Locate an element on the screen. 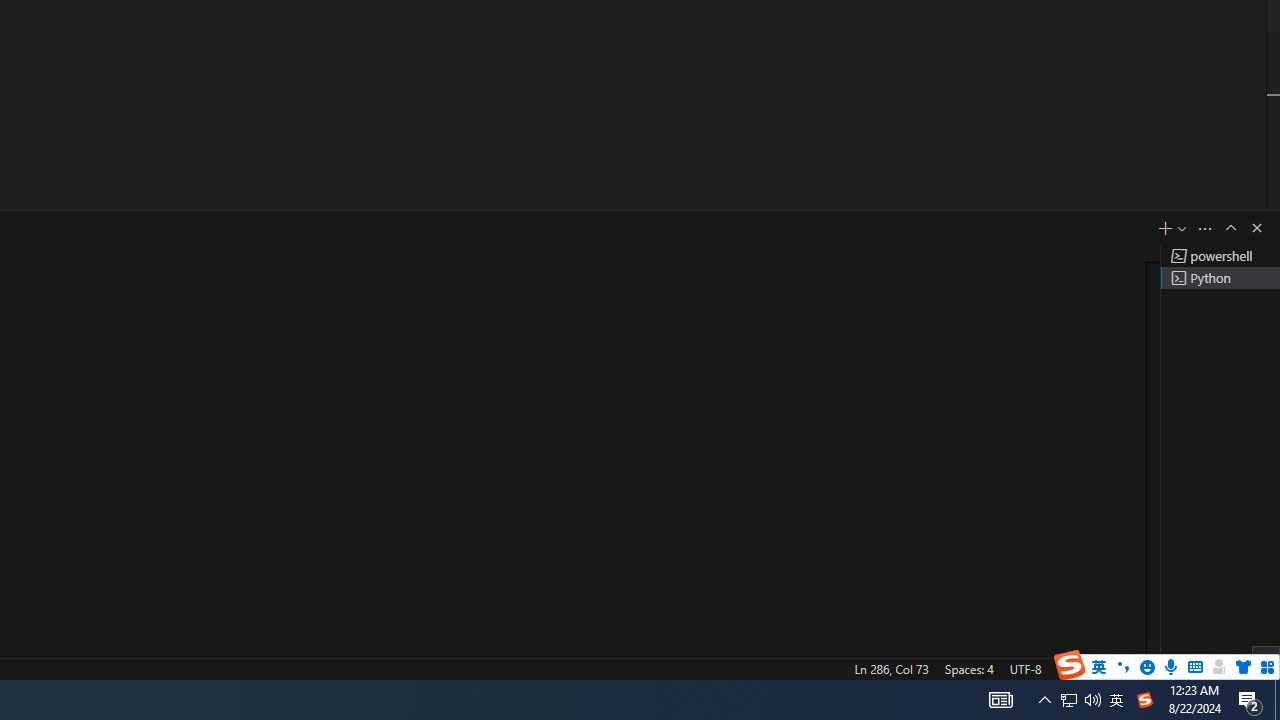  'Spaces: 4' is located at coordinates (968, 668).